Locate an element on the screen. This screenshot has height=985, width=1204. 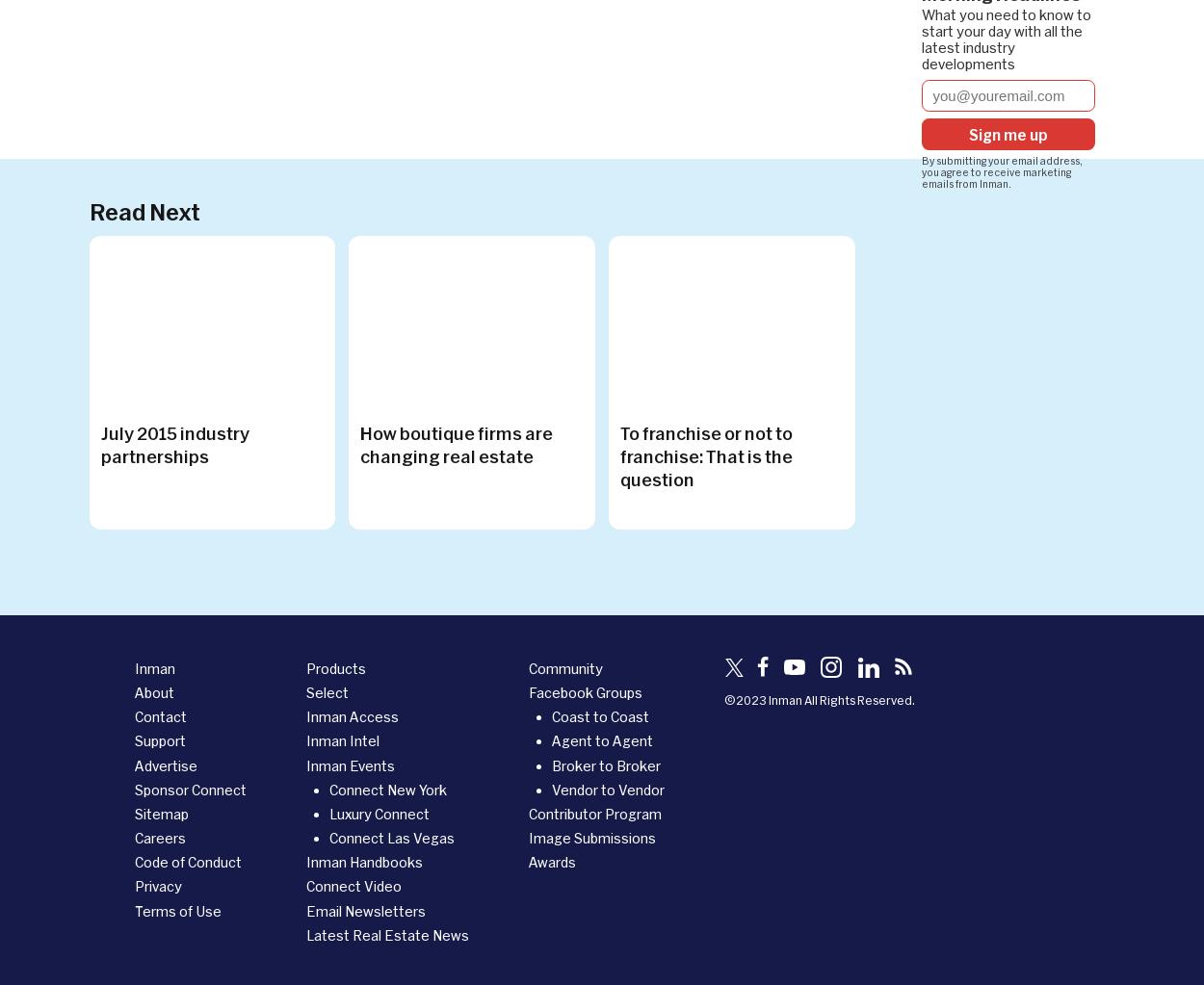
'Contact' is located at coordinates (161, 716).